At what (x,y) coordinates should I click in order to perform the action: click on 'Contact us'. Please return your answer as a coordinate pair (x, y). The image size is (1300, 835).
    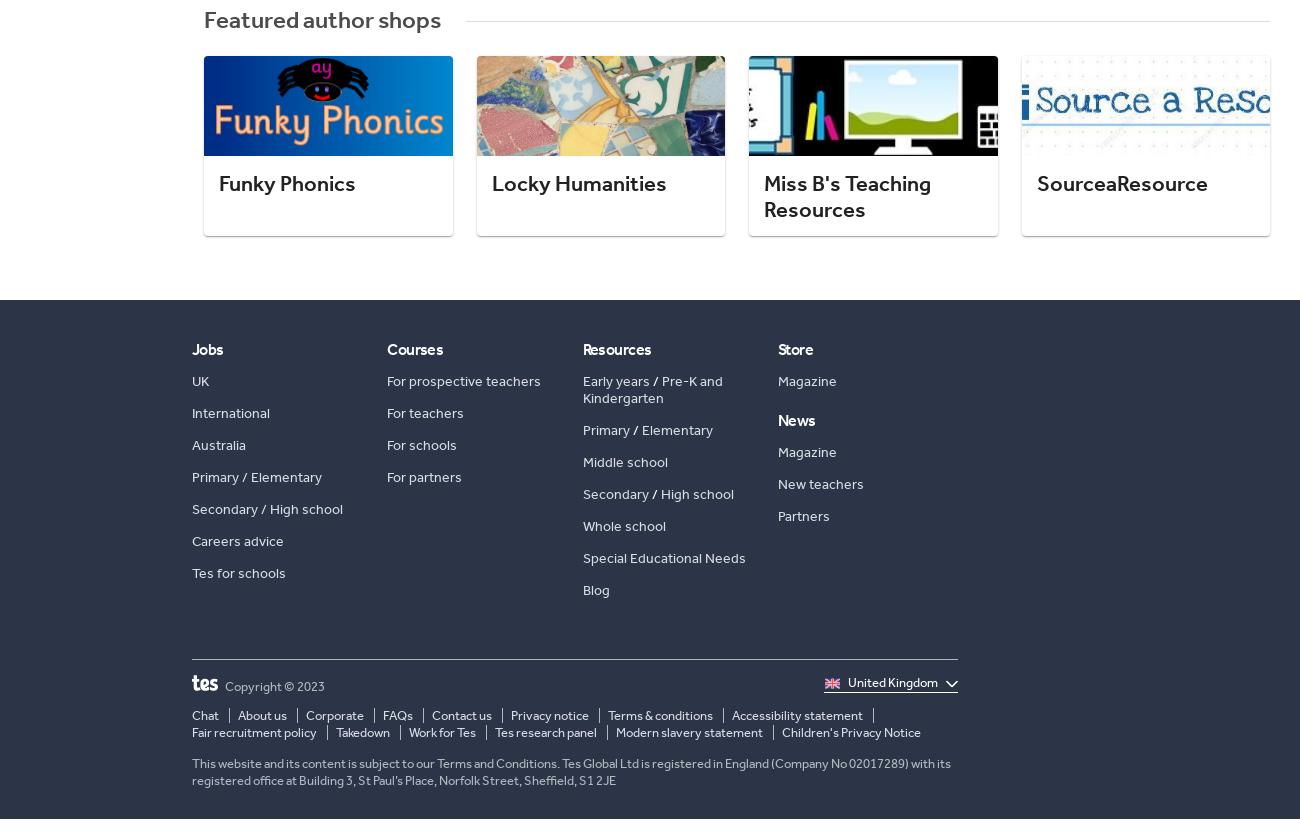
    Looking at the image, I should click on (461, 715).